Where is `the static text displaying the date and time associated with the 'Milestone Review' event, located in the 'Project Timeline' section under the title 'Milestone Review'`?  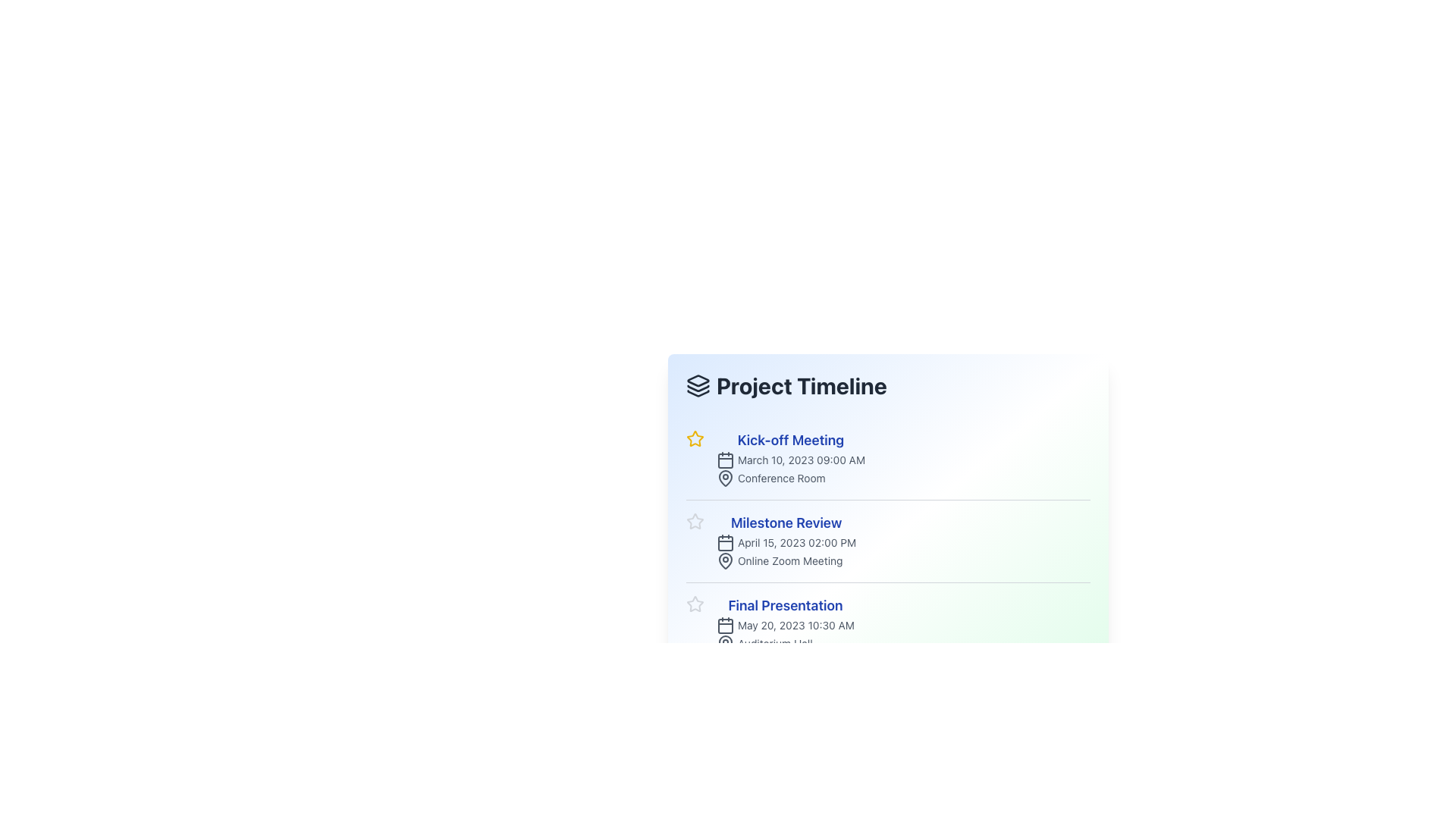 the static text displaying the date and time associated with the 'Milestone Review' event, located in the 'Project Timeline' section under the title 'Milestone Review' is located at coordinates (786, 542).